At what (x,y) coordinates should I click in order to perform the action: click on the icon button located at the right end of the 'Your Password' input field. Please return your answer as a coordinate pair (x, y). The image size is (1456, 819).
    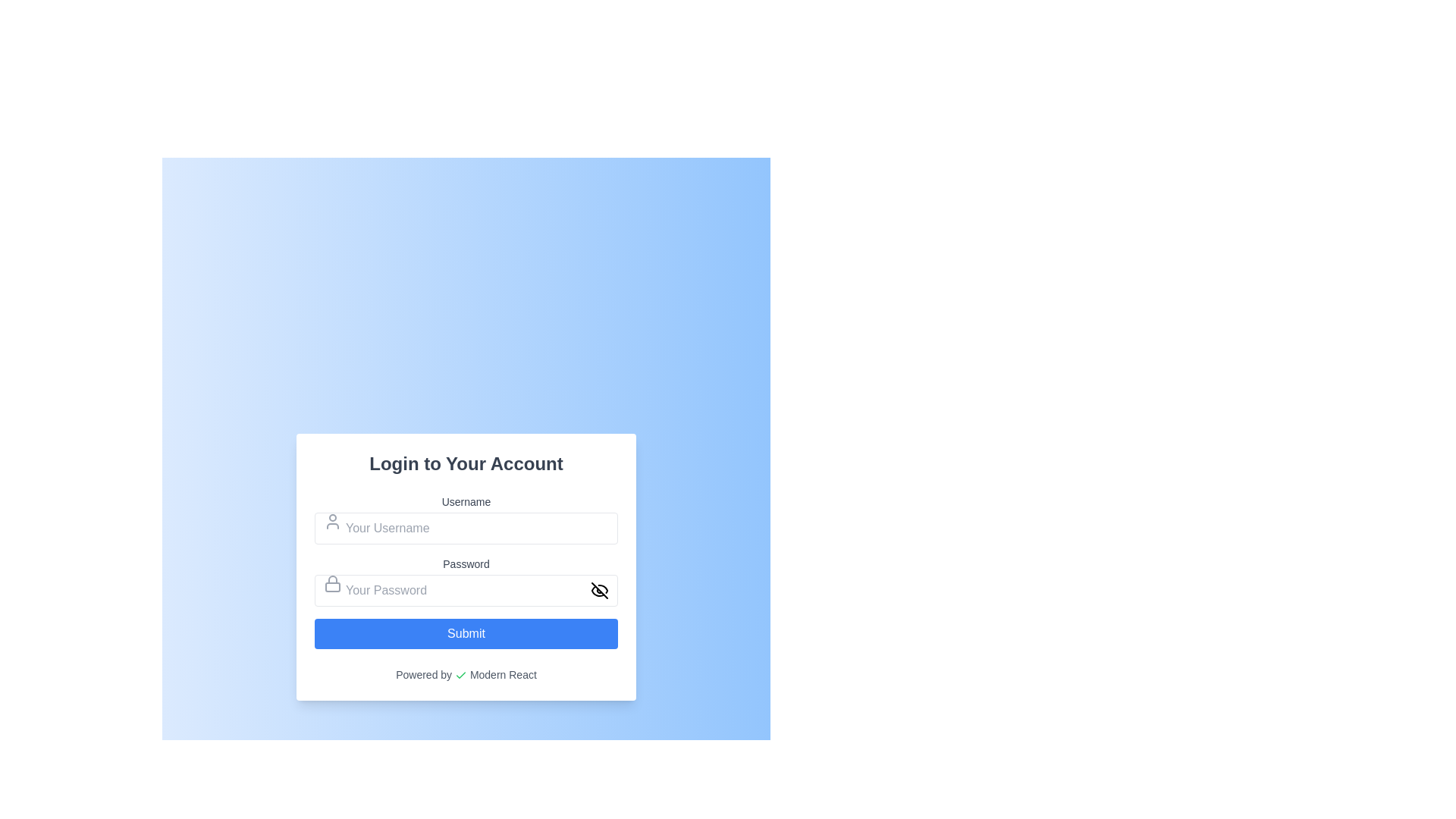
    Looking at the image, I should click on (599, 590).